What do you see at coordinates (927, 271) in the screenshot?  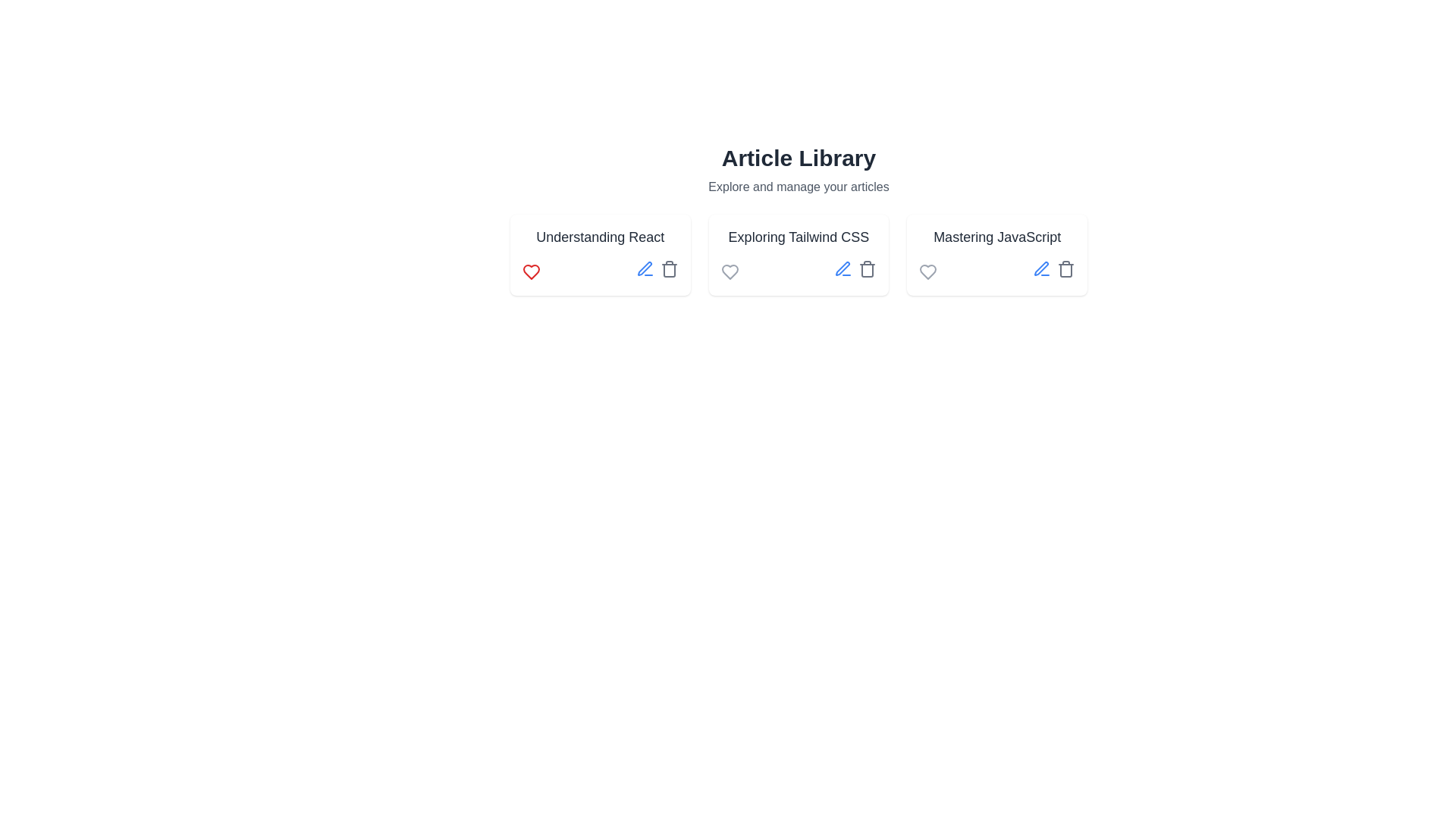 I see `the heart icon button in the row for the article 'Mastering JavaScript'` at bounding box center [927, 271].